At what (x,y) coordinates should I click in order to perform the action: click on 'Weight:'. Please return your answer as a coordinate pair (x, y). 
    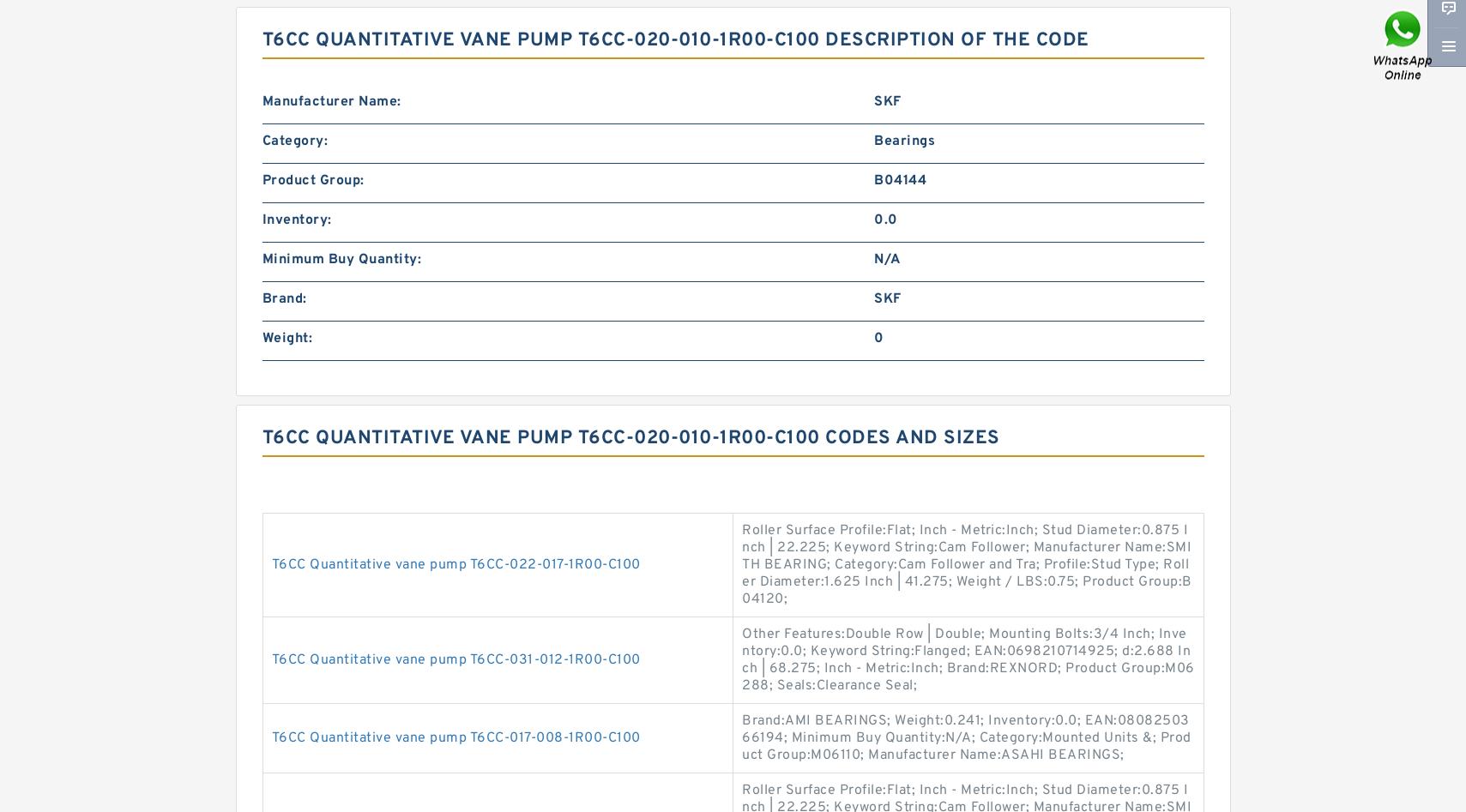
    Looking at the image, I should click on (286, 338).